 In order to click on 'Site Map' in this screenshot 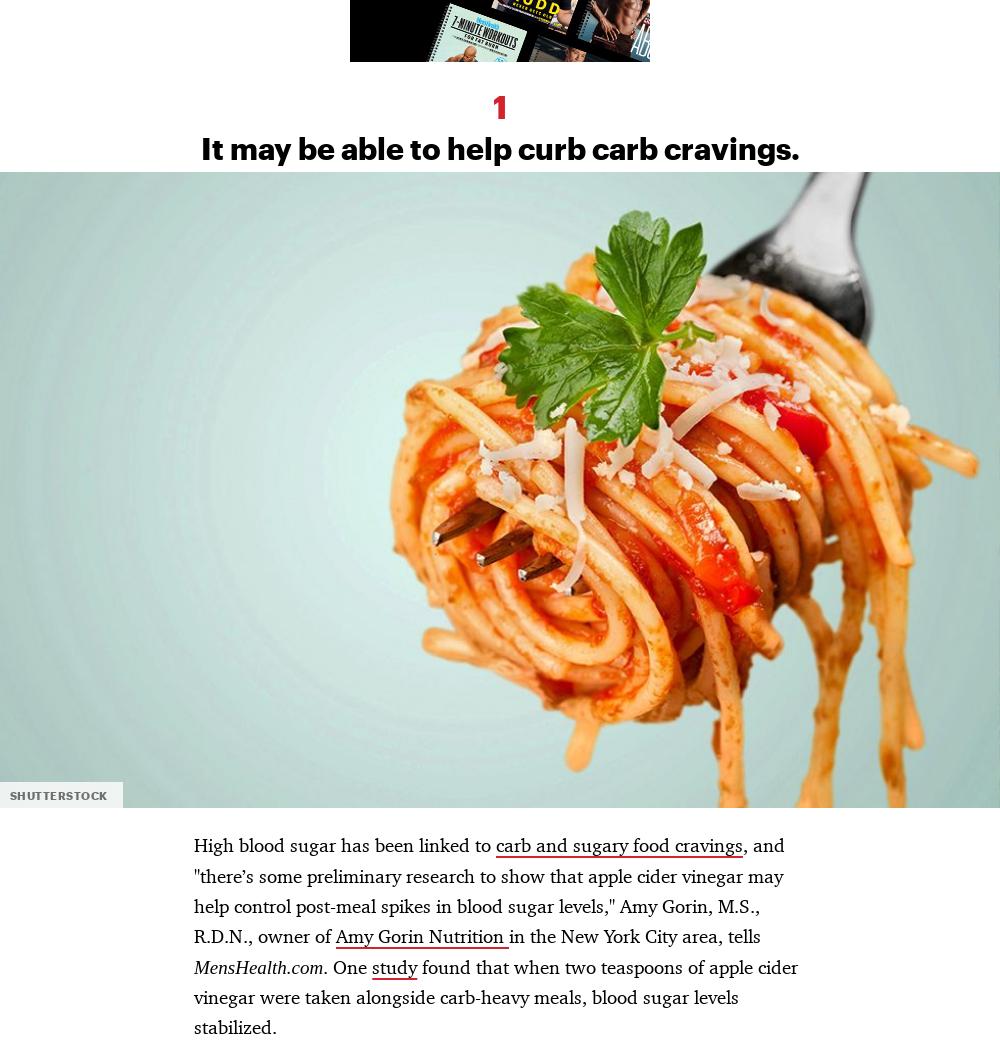, I will do `click(480, 530)`.